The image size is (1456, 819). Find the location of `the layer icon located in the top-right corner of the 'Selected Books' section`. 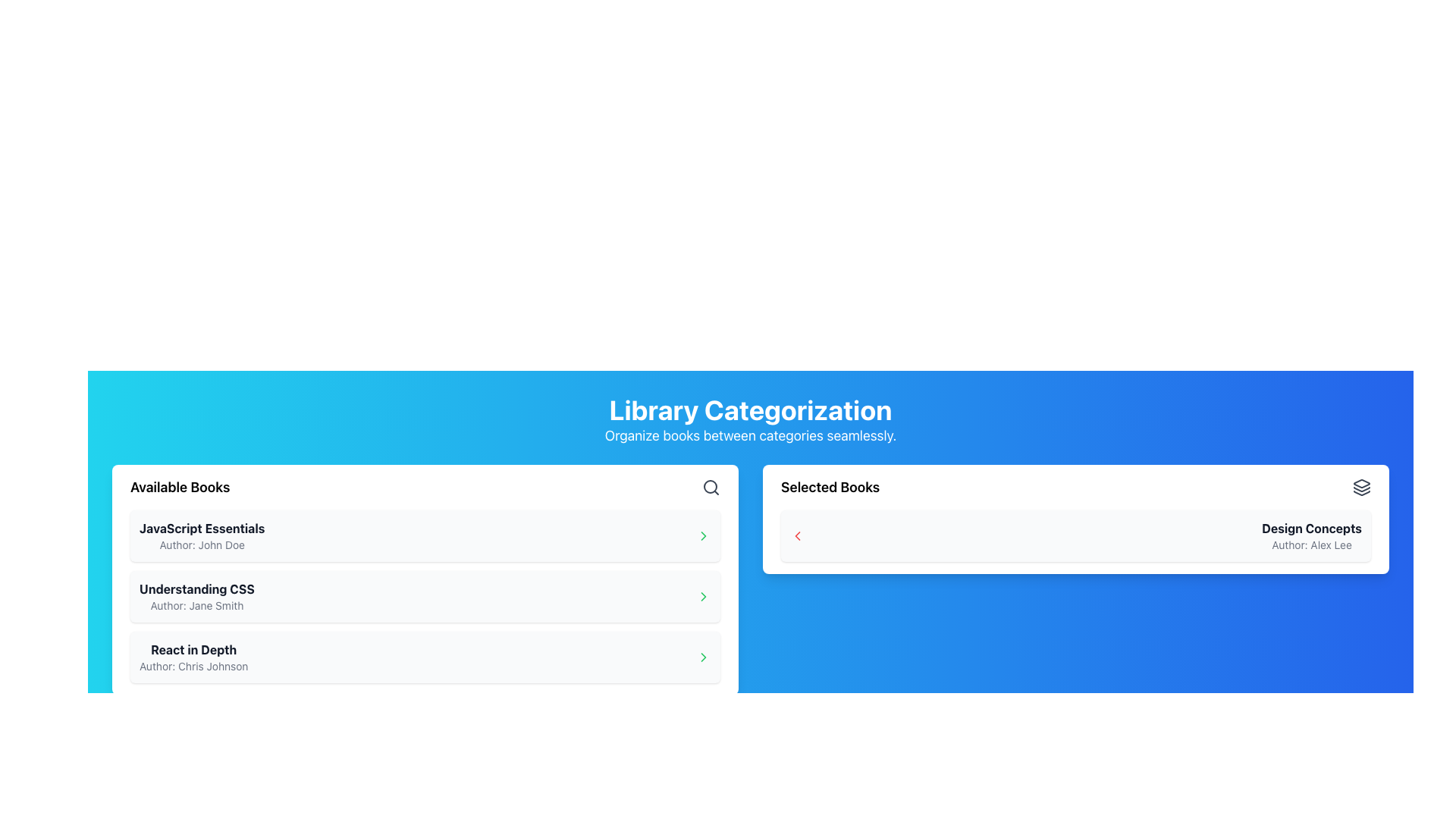

the layer icon located in the top-right corner of the 'Selected Books' section is located at coordinates (1361, 488).